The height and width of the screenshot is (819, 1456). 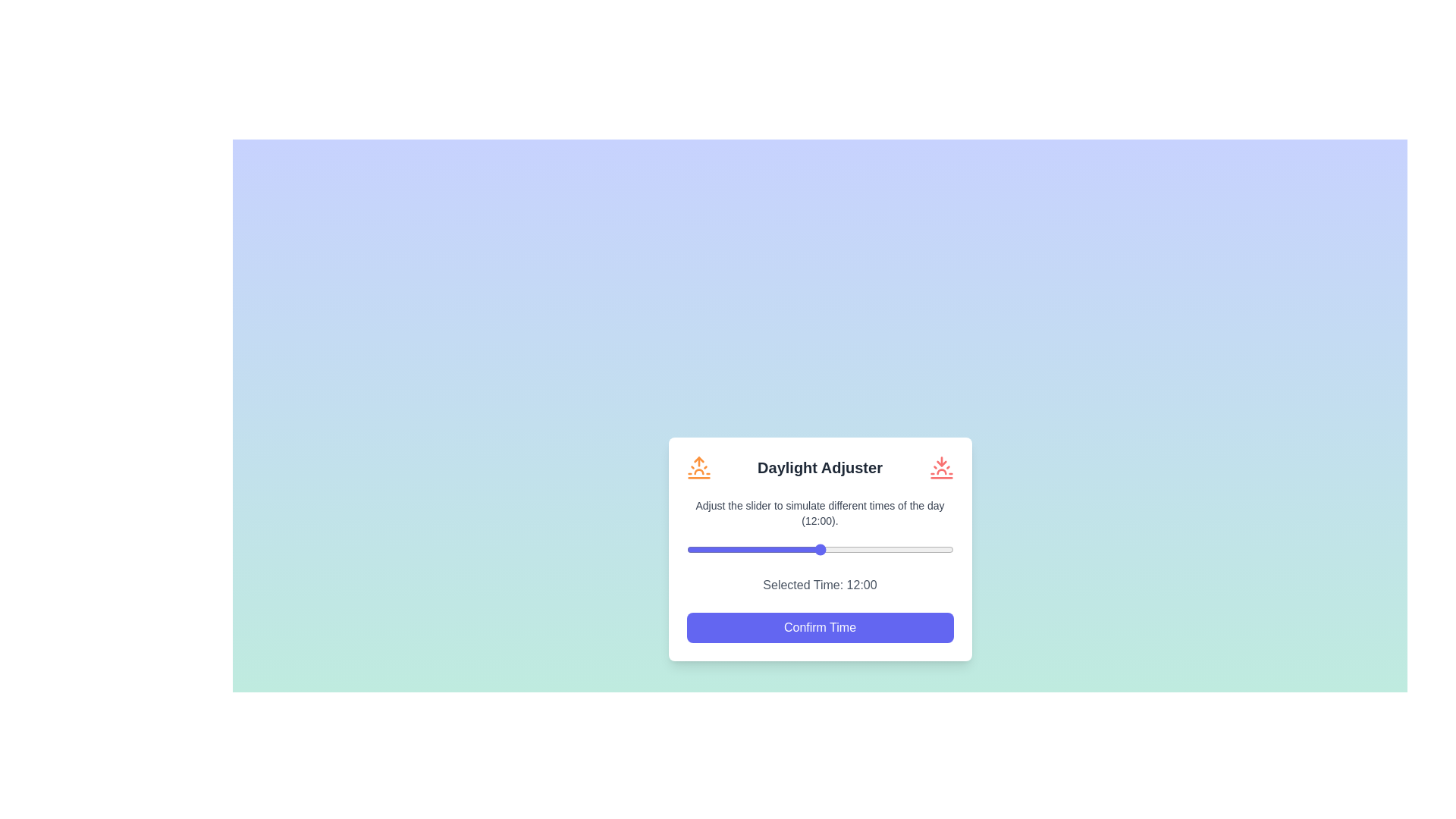 I want to click on the 'Confirm Time' button to set the selected time, so click(x=819, y=627).